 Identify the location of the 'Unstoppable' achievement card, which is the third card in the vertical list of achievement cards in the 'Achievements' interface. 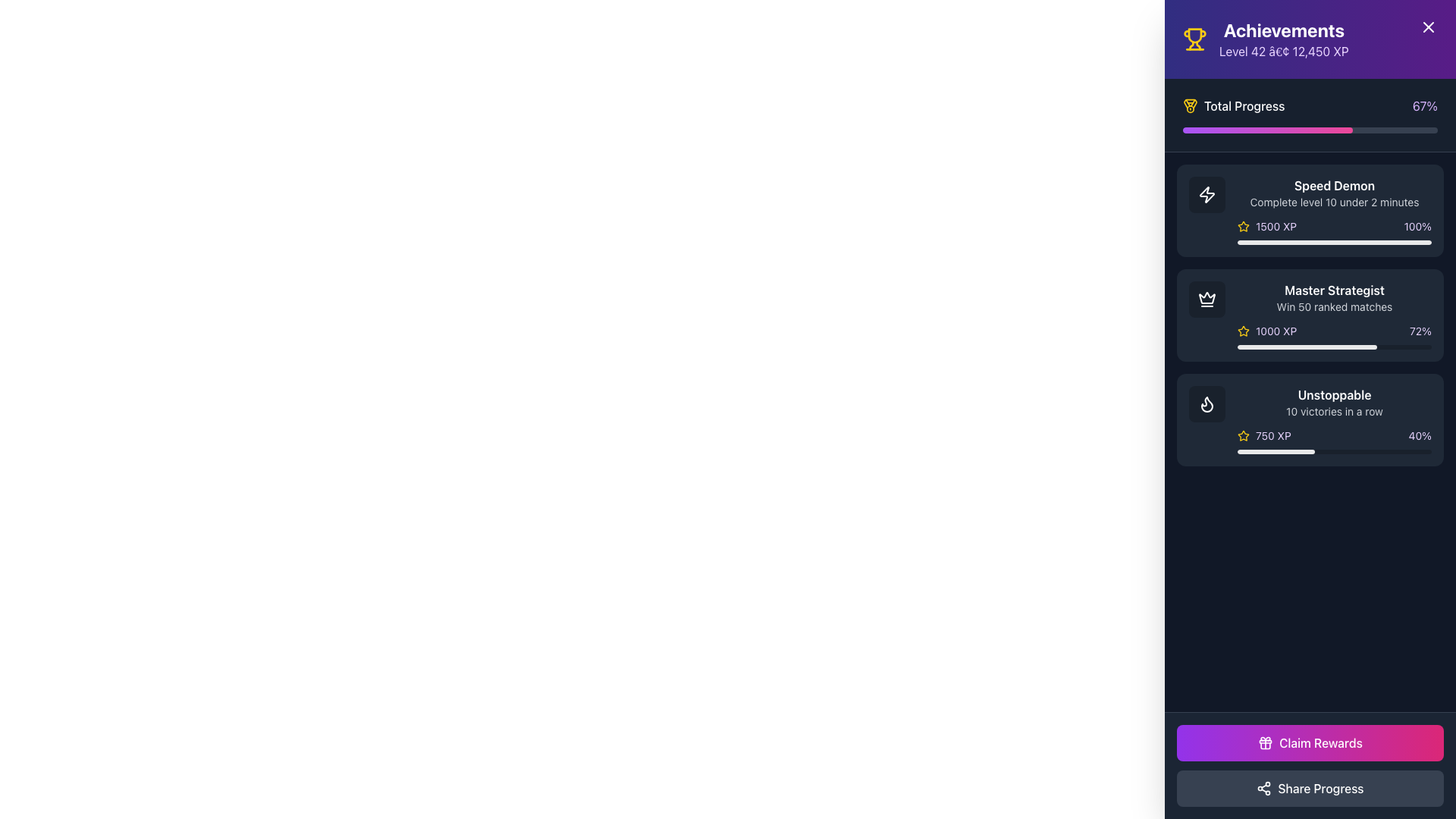
(1335, 420).